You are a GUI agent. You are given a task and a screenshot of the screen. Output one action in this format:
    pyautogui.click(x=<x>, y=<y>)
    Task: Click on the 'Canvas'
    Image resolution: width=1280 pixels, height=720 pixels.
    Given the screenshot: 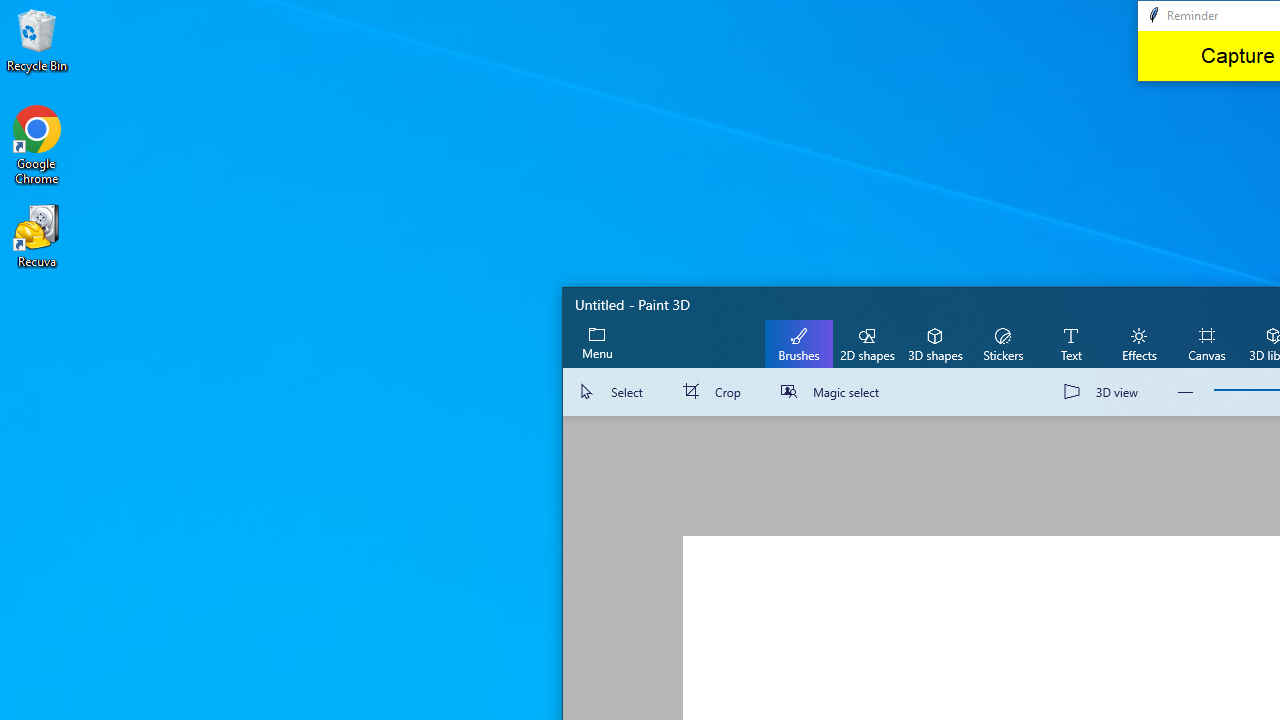 What is the action you would take?
    pyautogui.click(x=1206, y=342)
    